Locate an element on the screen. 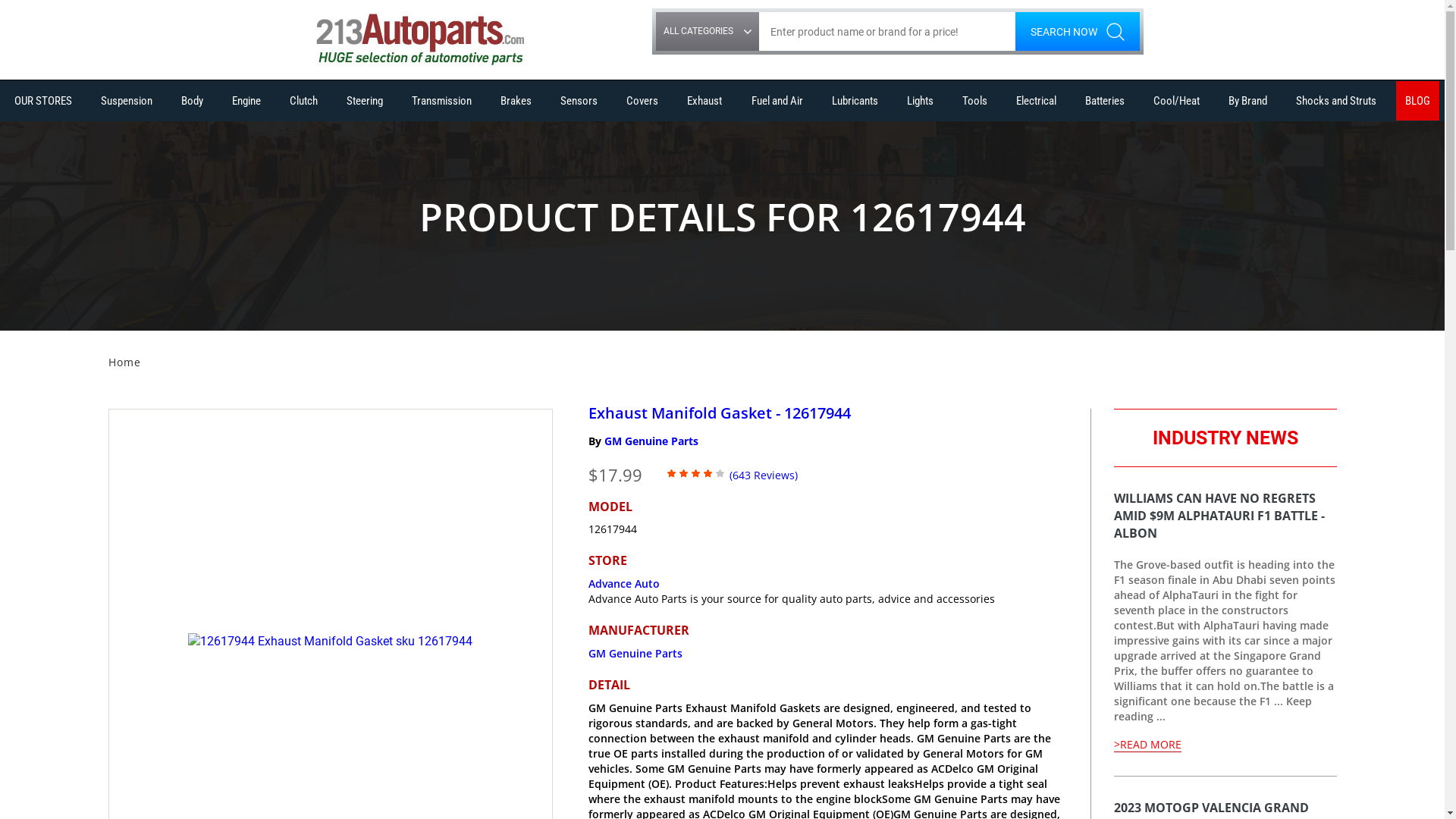 This screenshot has height=819, width=1456. 'Fuel and Air' is located at coordinates (742, 100).